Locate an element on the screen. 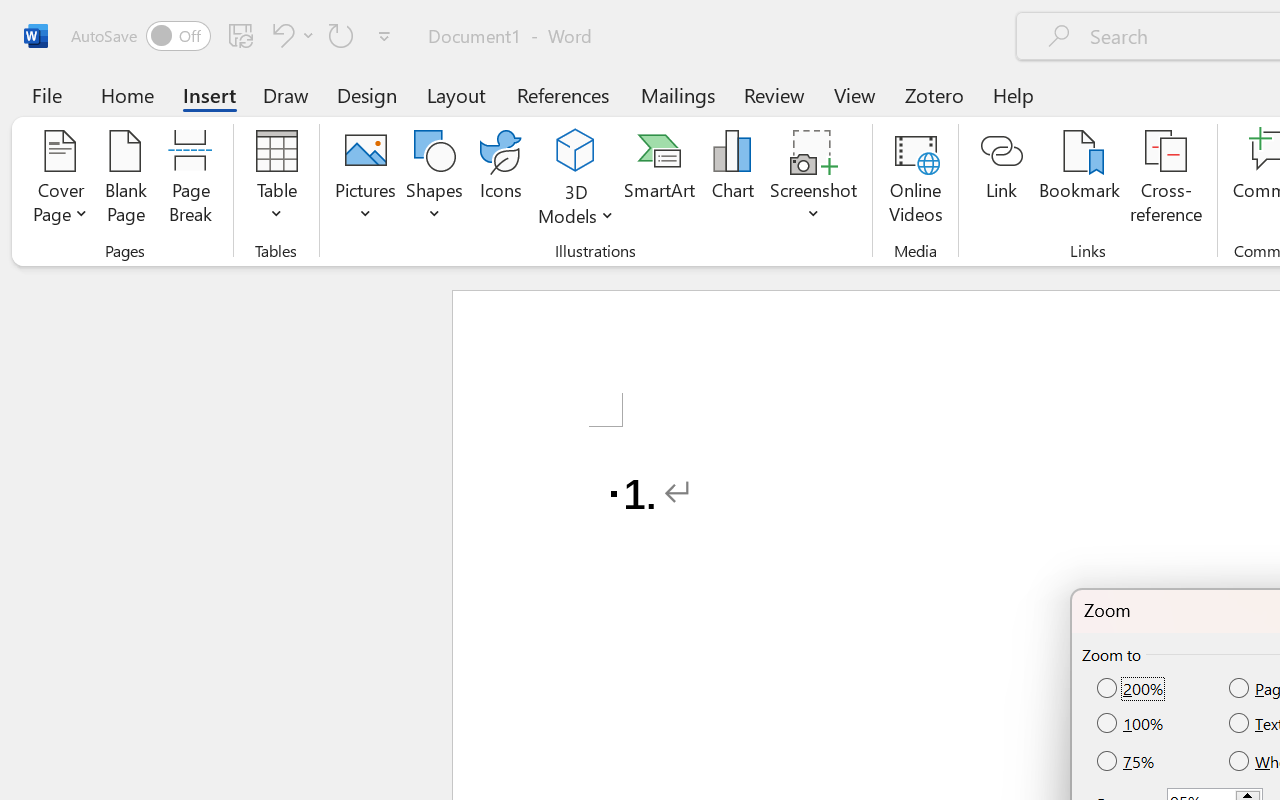 The width and height of the screenshot is (1280, 800). '3D Models' is located at coordinates (575, 179).